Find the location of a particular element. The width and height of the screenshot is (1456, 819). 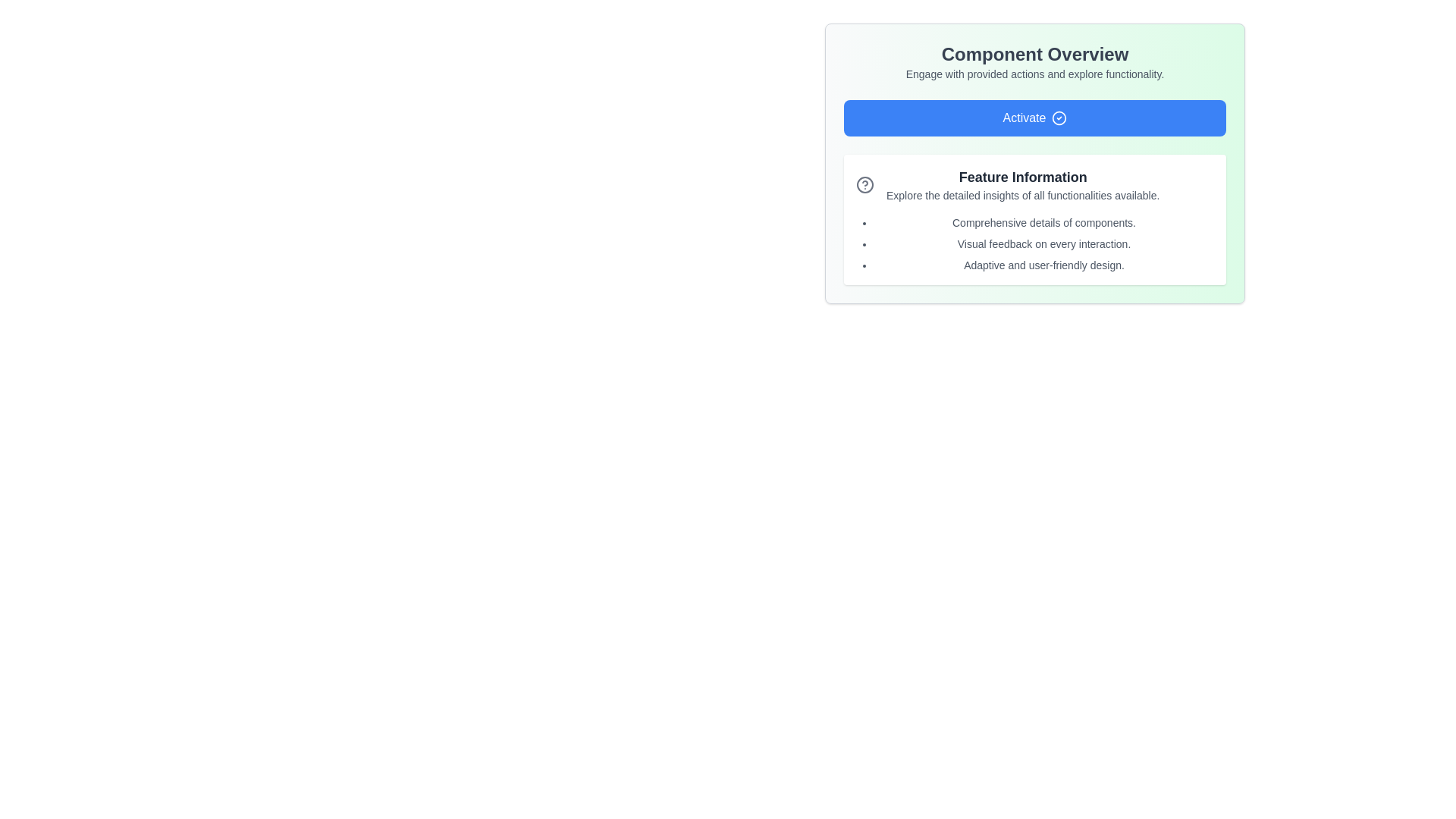

text content 'Visual feedback on every interaction.' which is the second bullet point in the list under 'Feature Information' in the 'Component Overview' panel is located at coordinates (1043, 243).